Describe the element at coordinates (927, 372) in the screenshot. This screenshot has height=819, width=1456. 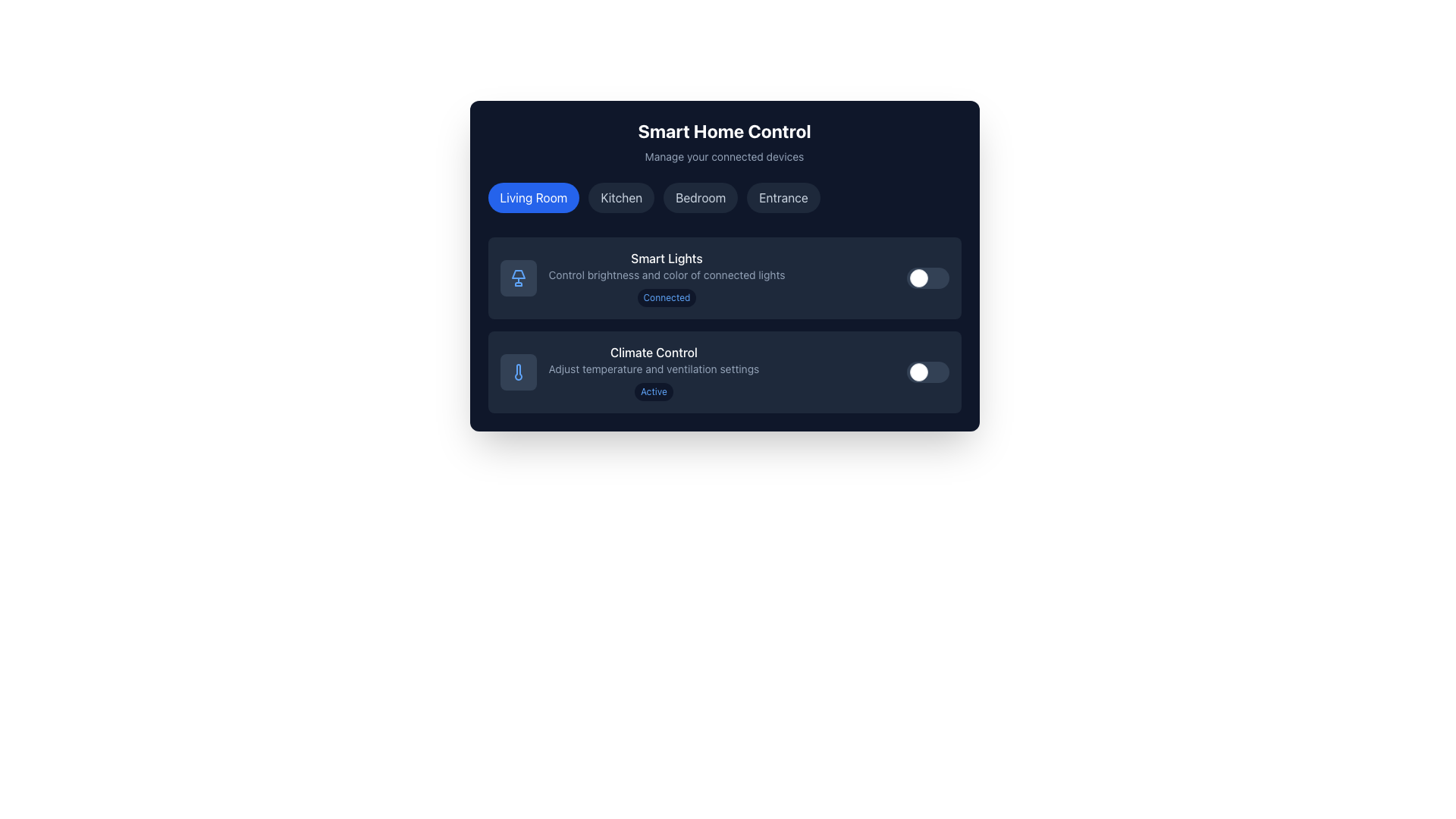
I see `the toggle switch for 'Climate Control' located at the right side of the section to change its state` at that location.